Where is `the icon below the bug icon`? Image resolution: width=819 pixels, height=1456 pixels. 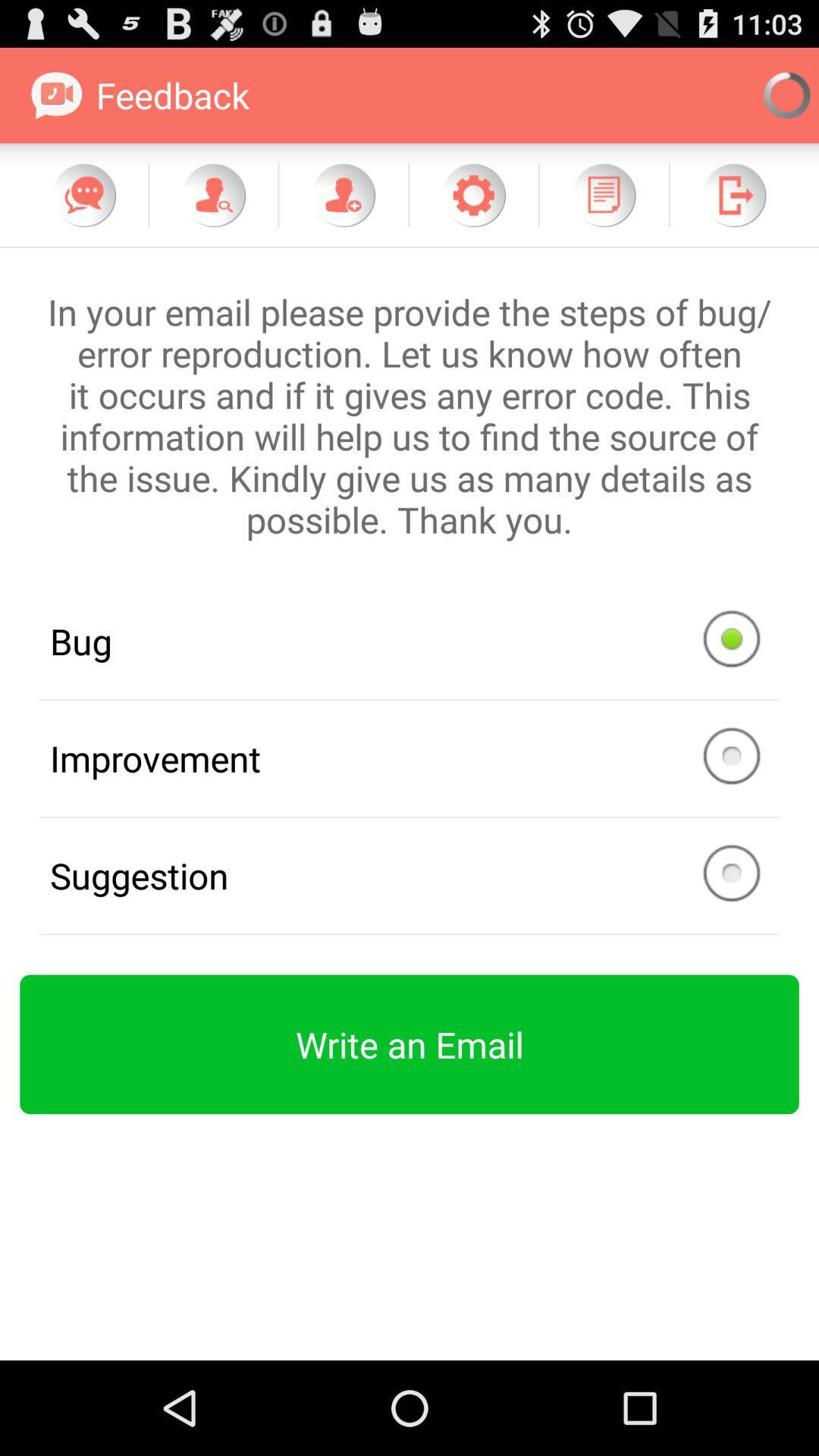 the icon below the bug icon is located at coordinates (409, 758).